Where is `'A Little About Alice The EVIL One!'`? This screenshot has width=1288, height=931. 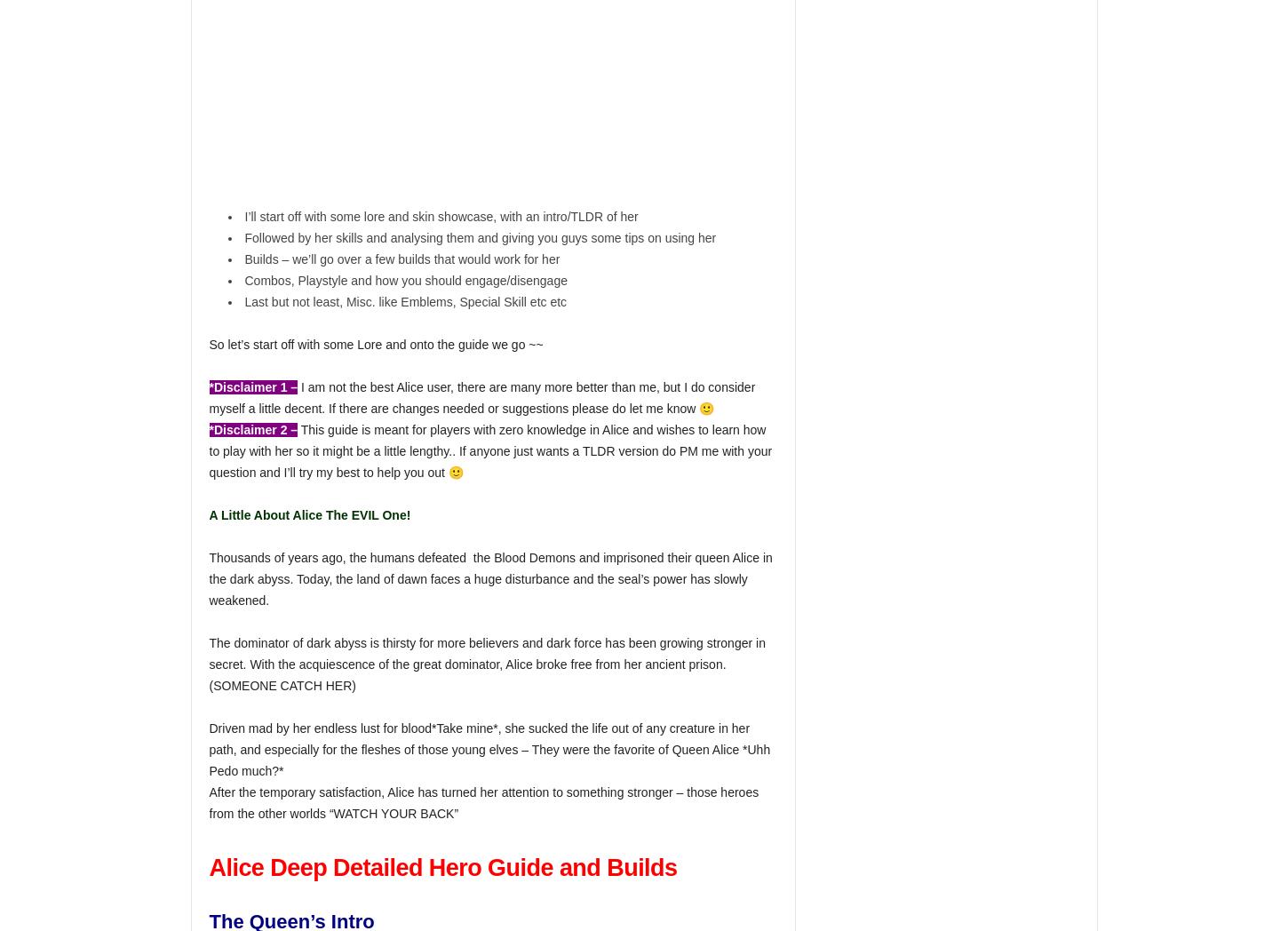
'A Little About Alice The EVIL One!' is located at coordinates (309, 514).